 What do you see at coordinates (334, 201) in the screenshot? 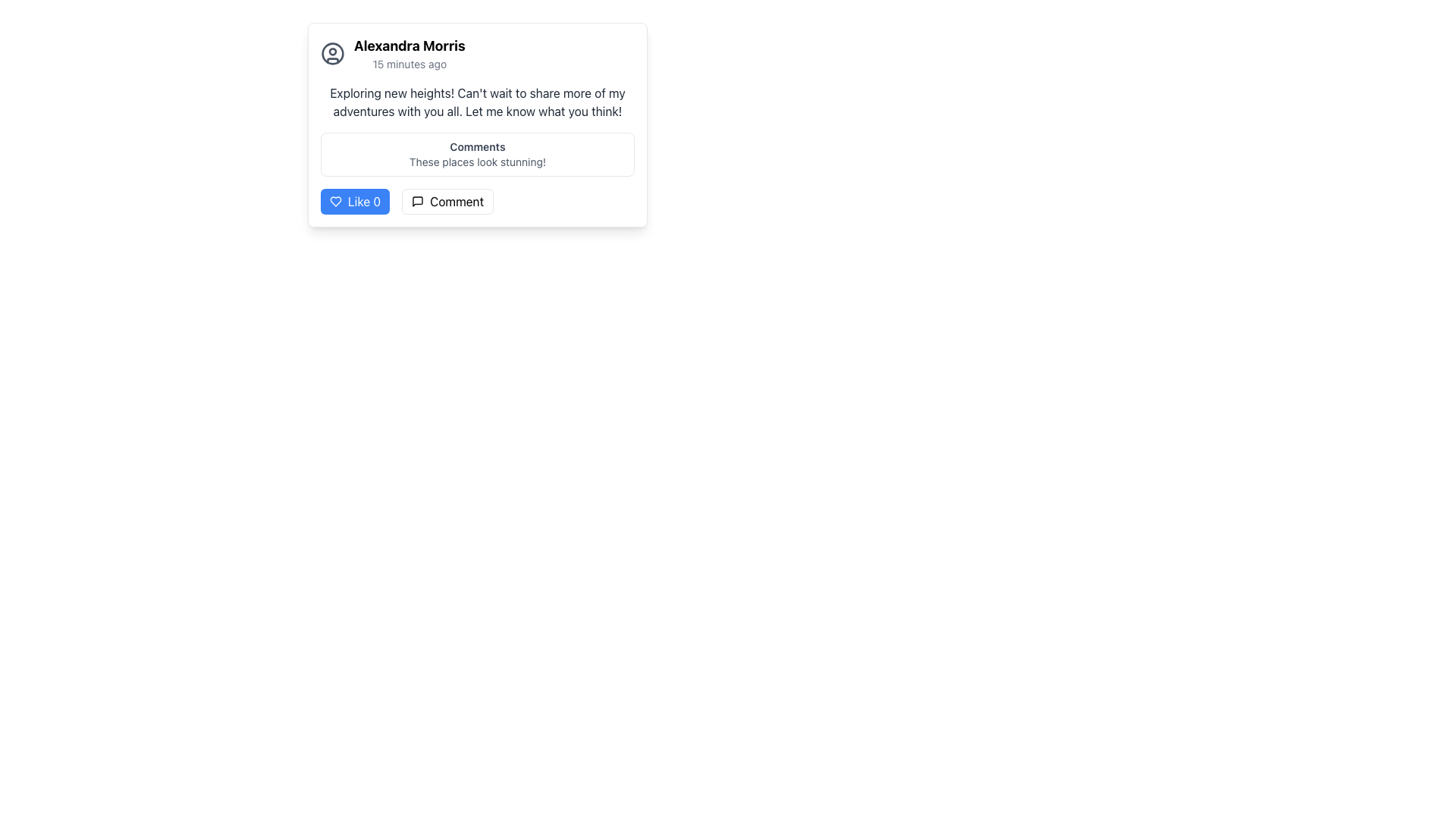
I see `the heart icon representing the 'Like' action for a post to like the post and increment the like counter` at bounding box center [334, 201].